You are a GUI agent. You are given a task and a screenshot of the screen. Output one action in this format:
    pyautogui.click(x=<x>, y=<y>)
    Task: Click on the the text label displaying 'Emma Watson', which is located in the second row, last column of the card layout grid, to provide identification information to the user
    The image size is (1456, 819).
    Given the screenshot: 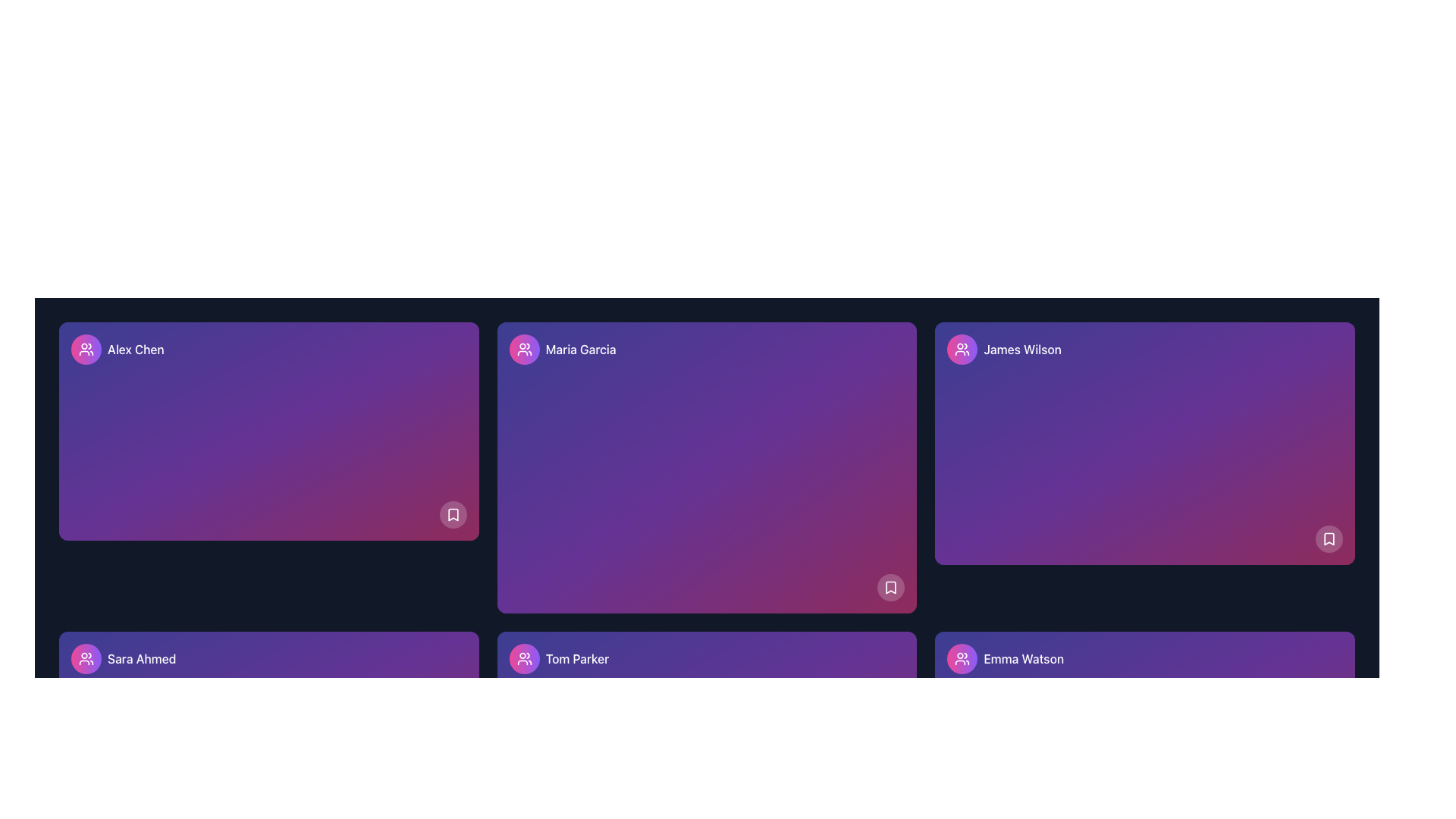 What is the action you would take?
    pyautogui.click(x=1024, y=657)
    